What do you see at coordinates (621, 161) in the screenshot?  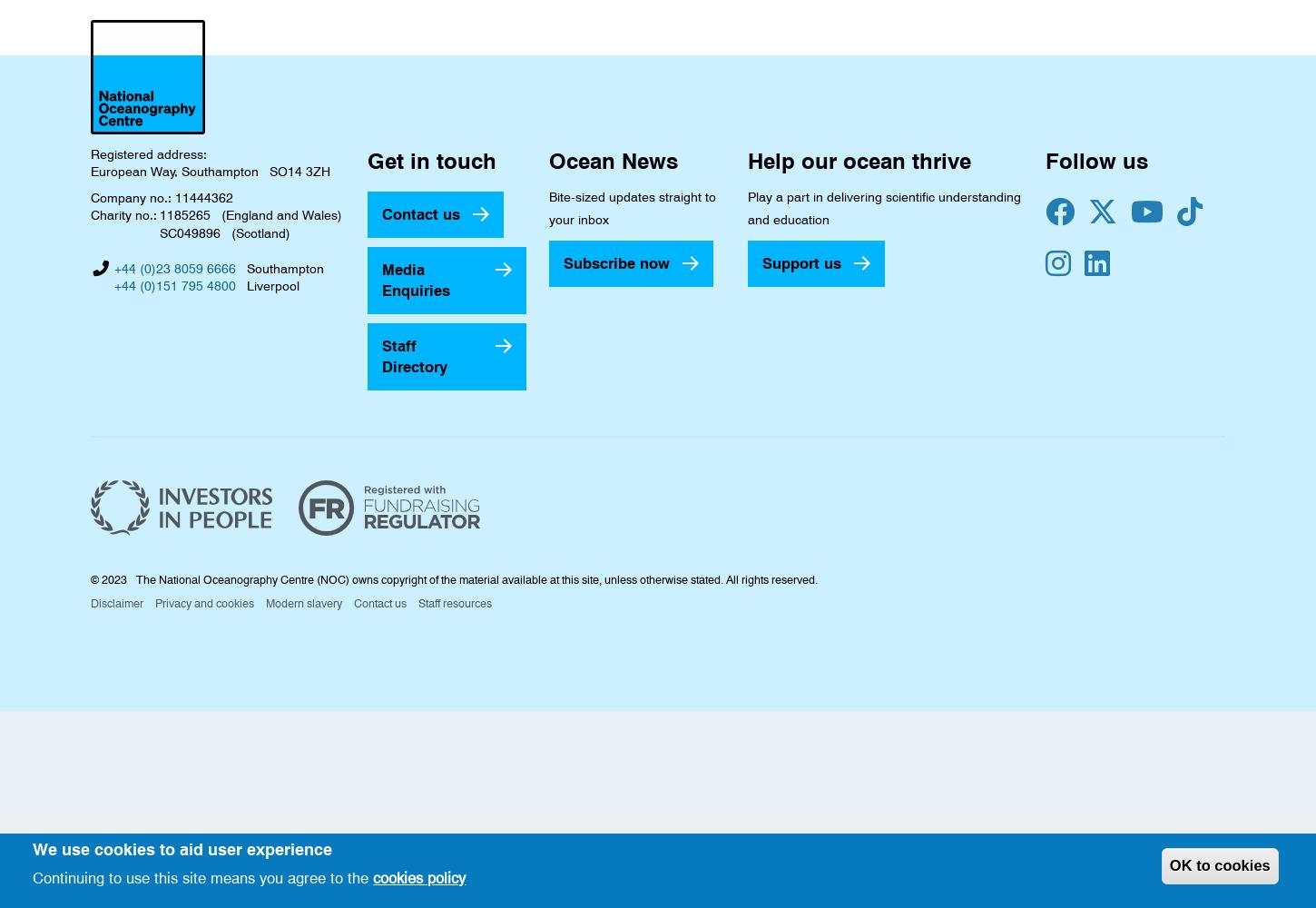 I see `'Ocean News'` at bounding box center [621, 161].